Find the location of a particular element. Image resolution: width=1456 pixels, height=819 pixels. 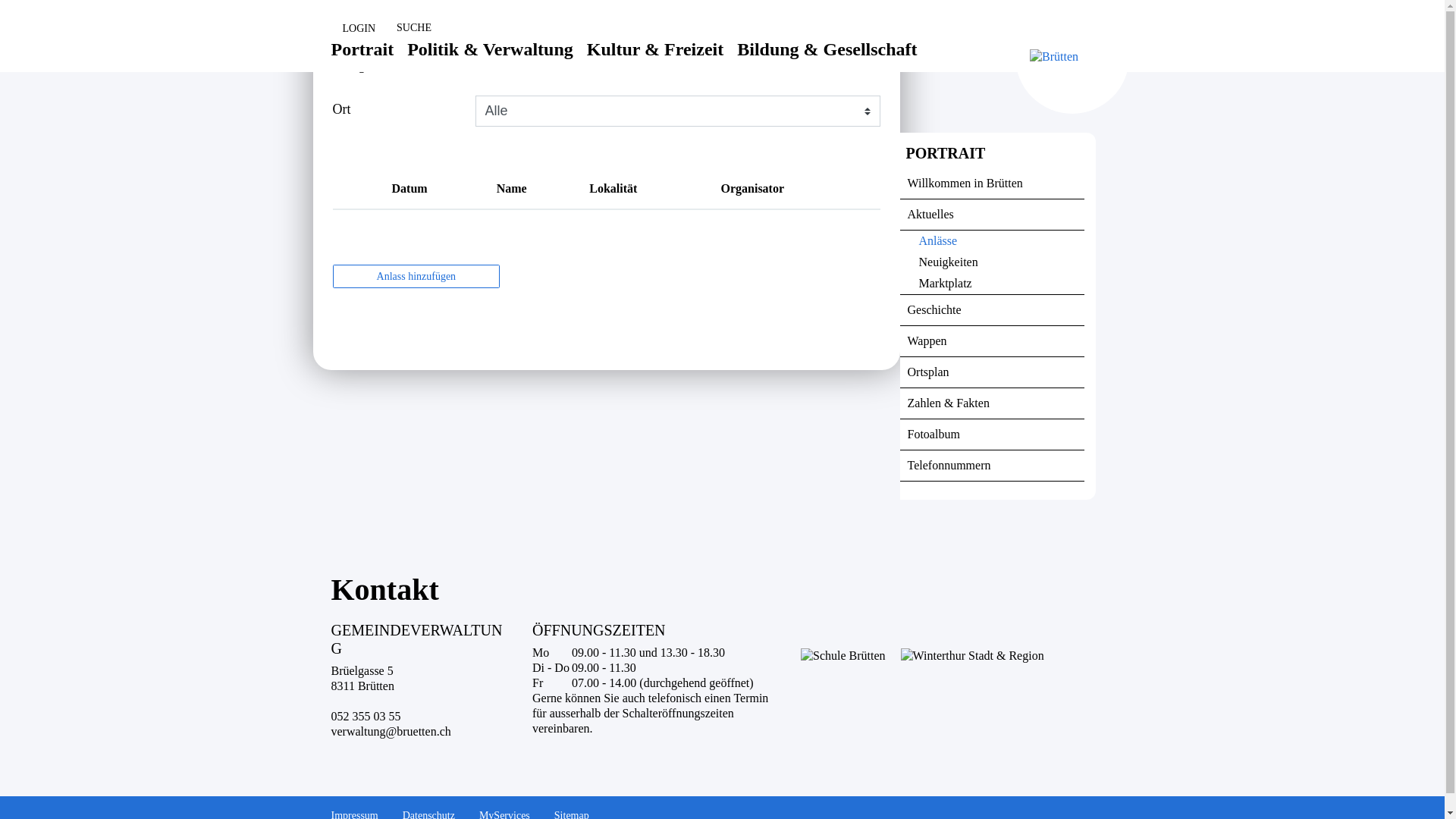

'Portrait' is located at coordinates (361, 61).